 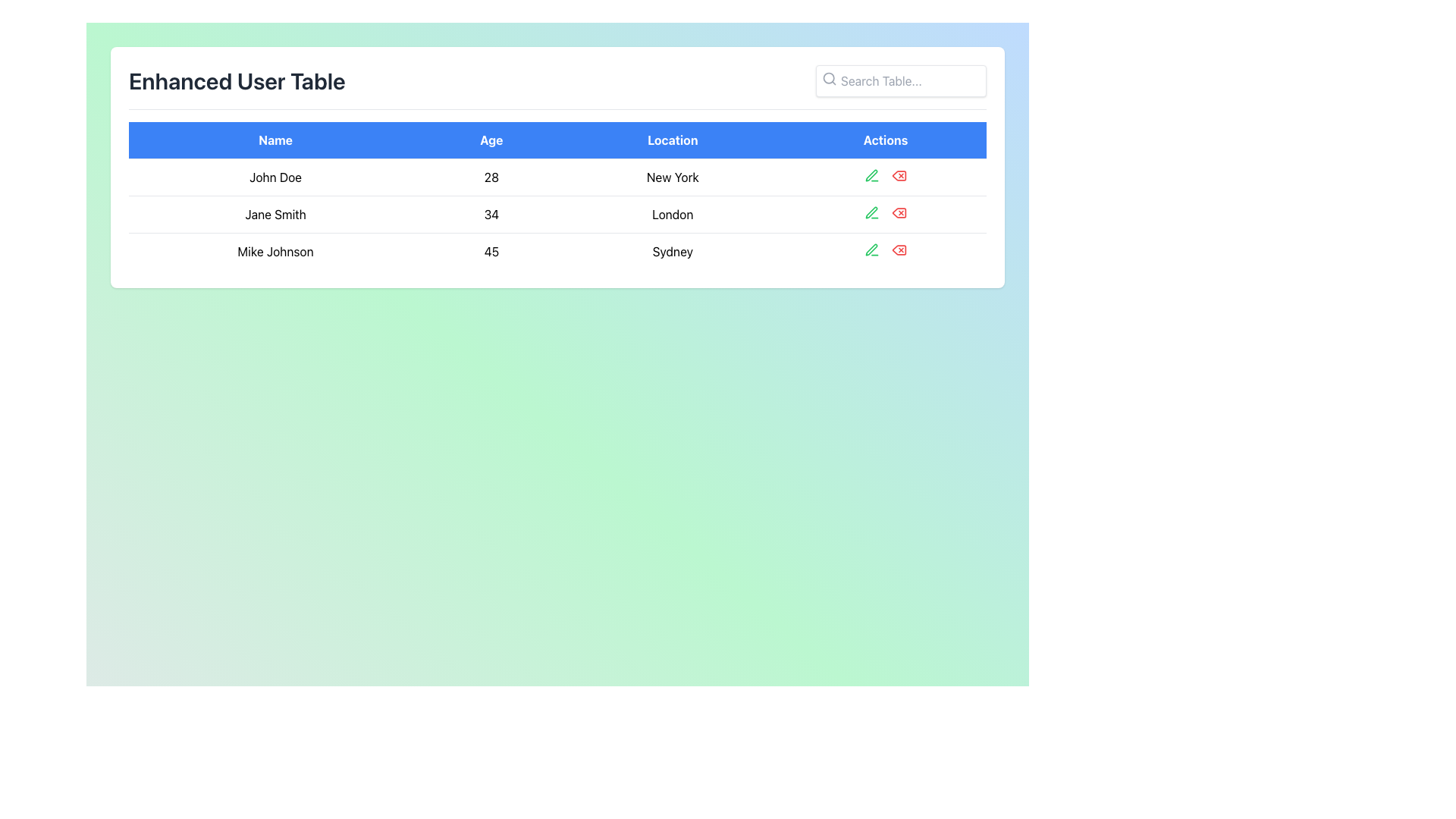 I want to click on the Action group icons consisting of a green pencil and a red cross, located in the fourth cell of the first row under the 'Actions' column, aligned with 'John Doe' in the 'Name' column, so click(x=885, y=174).